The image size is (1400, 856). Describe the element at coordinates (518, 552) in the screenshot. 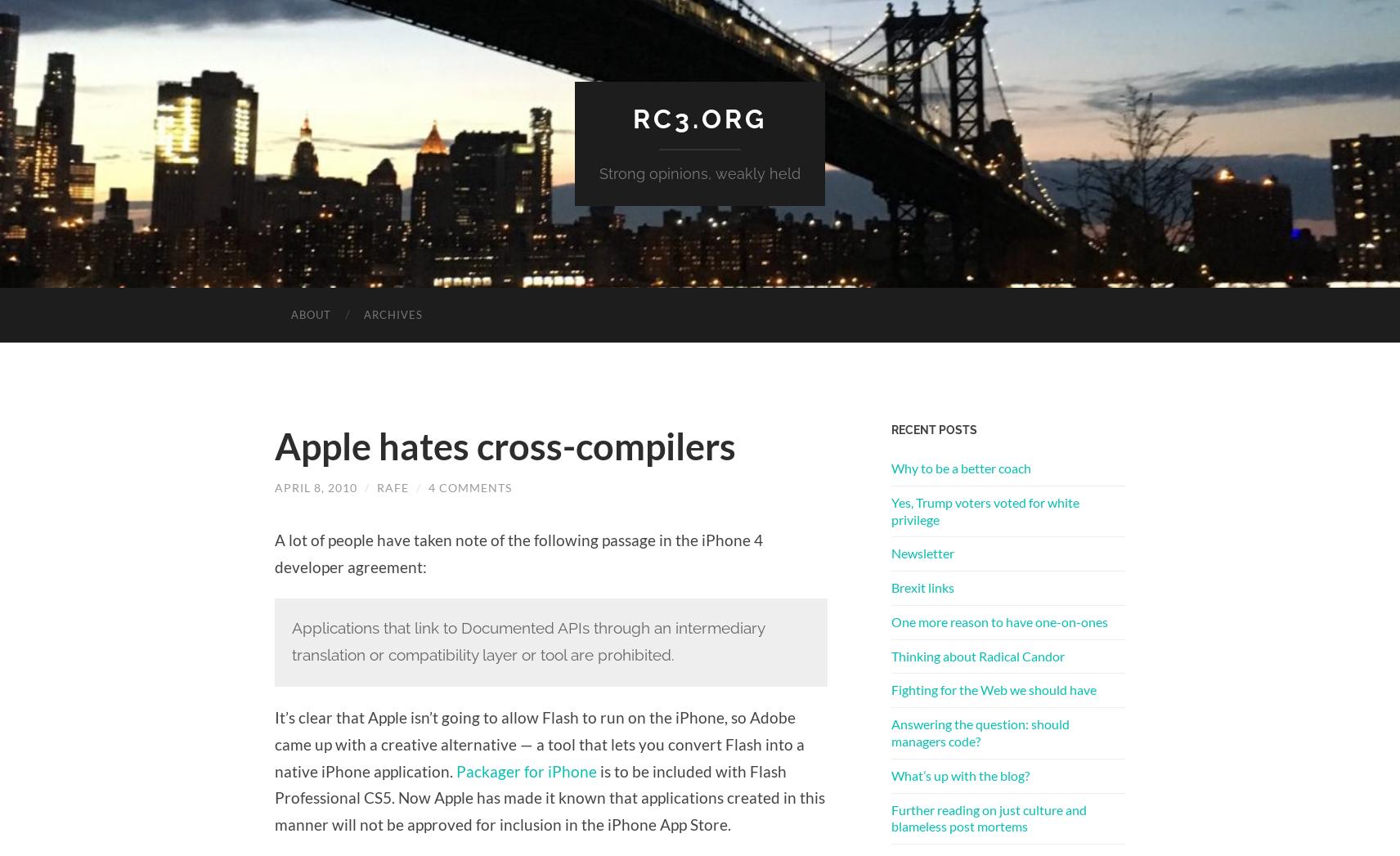

I see `'A lot of people have taken note of the following passage in the iPhone 4 developer agreement:'` at that location.